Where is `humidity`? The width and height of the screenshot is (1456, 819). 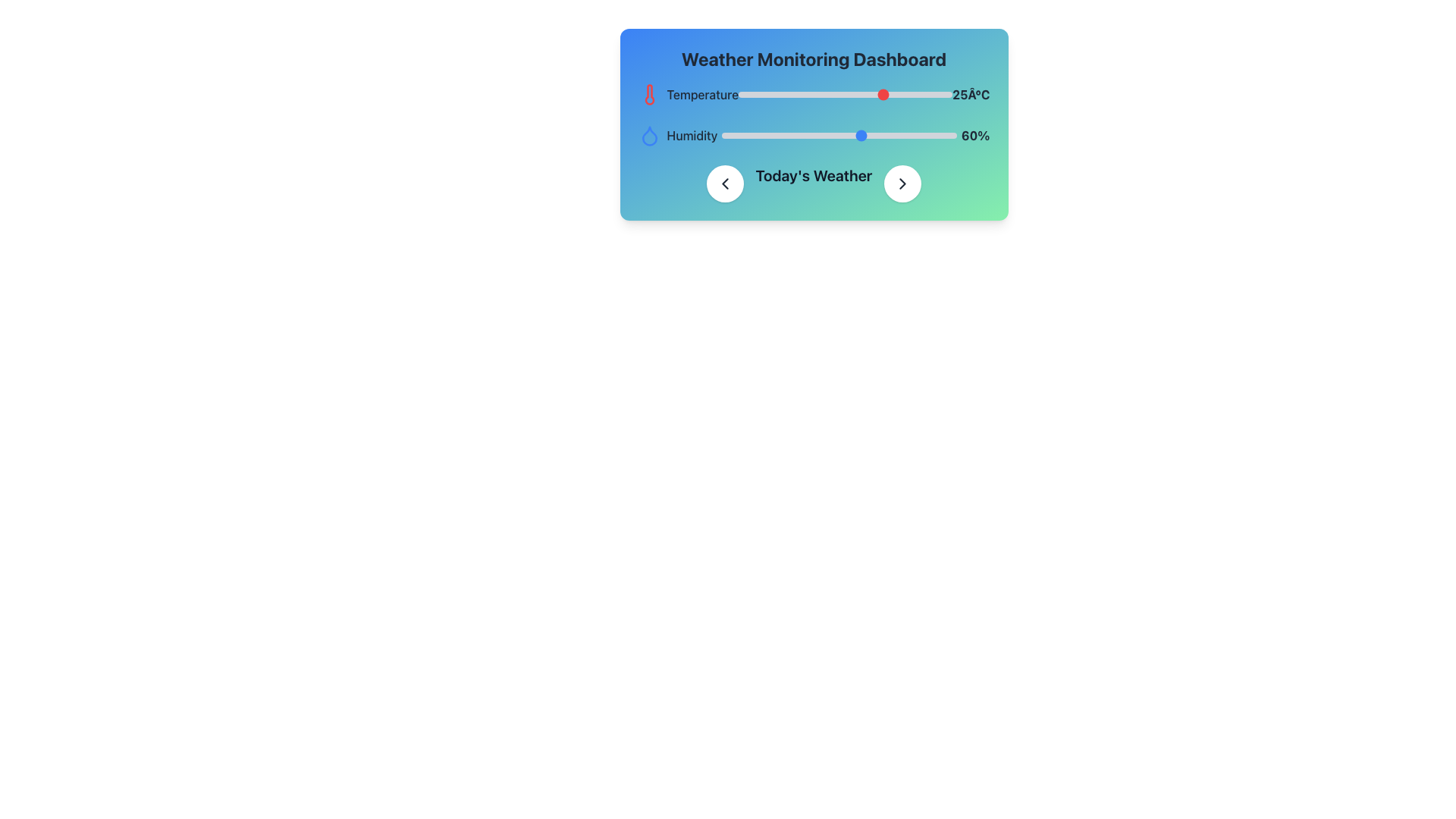 humidity is located at coordinates (822, 134).